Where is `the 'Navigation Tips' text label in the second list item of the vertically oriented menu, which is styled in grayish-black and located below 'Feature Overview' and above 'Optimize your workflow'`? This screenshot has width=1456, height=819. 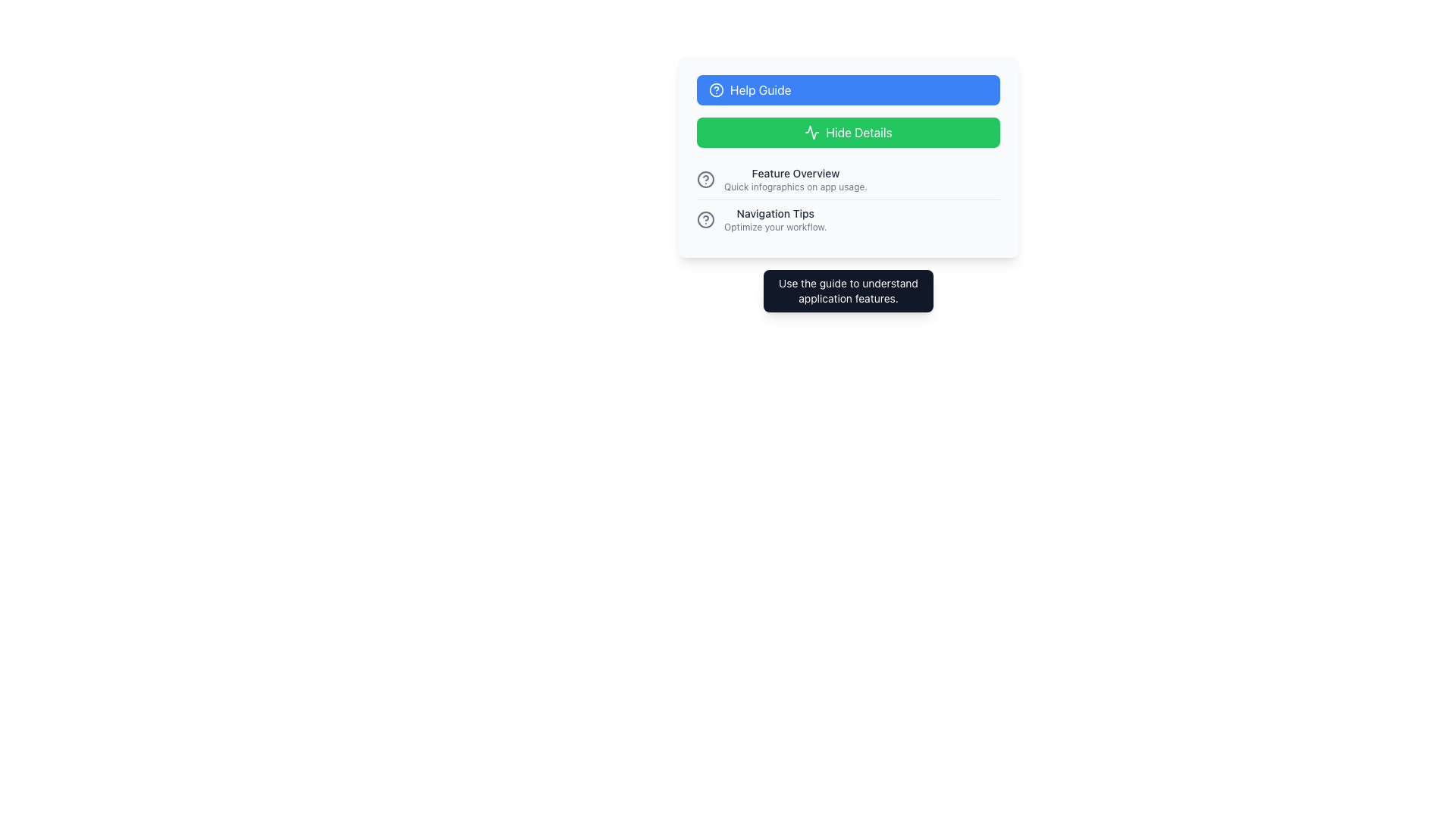
the 'Navigation Tips' text label in the second list item of the vertically oriented menu, which is styled in grayish-black and located below 'Feature Overview' and above 'Optimize your workflow' is located at coordinates (775, 213).